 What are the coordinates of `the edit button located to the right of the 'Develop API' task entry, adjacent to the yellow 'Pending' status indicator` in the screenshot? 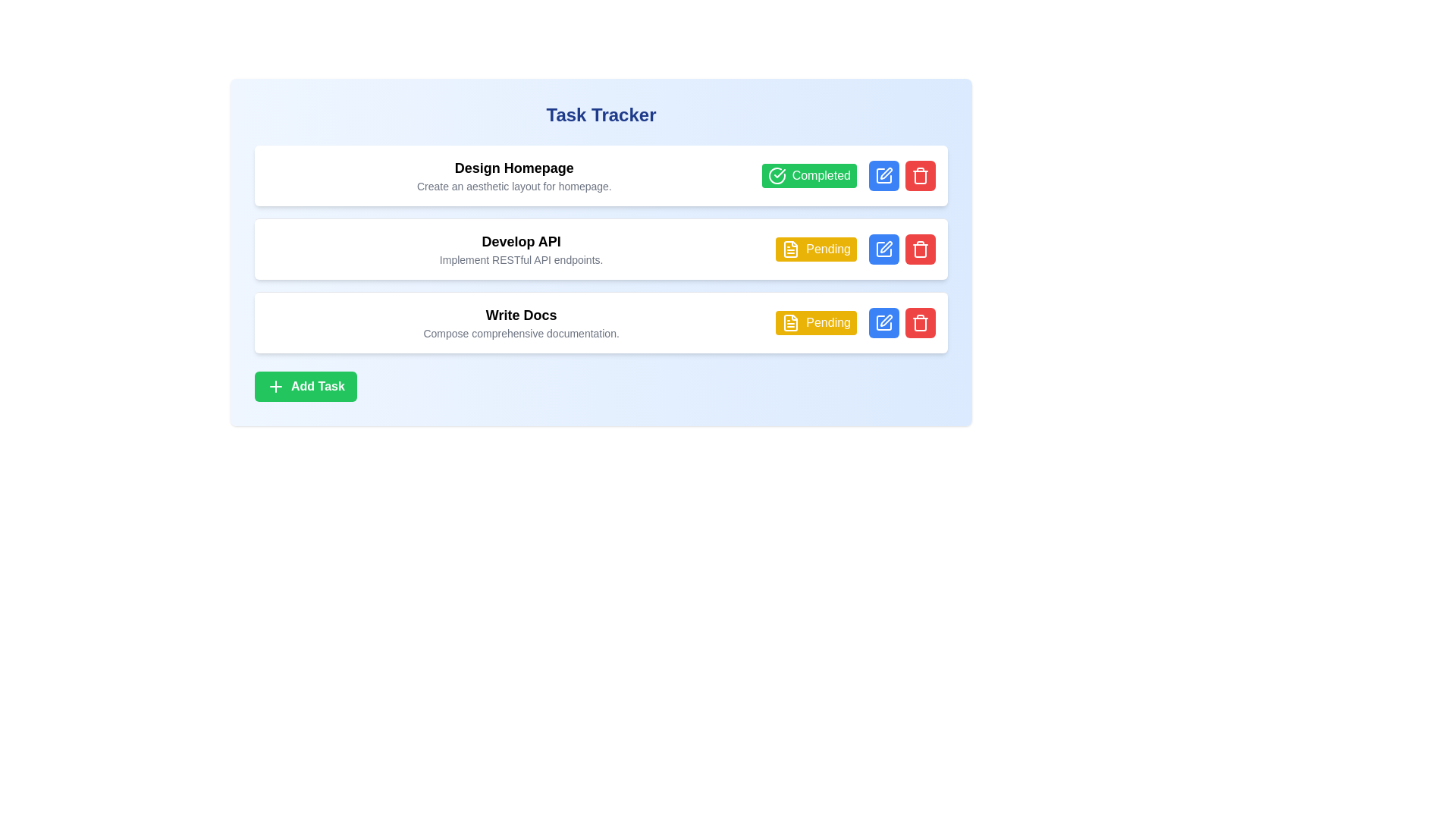 It's located at (884, 248).